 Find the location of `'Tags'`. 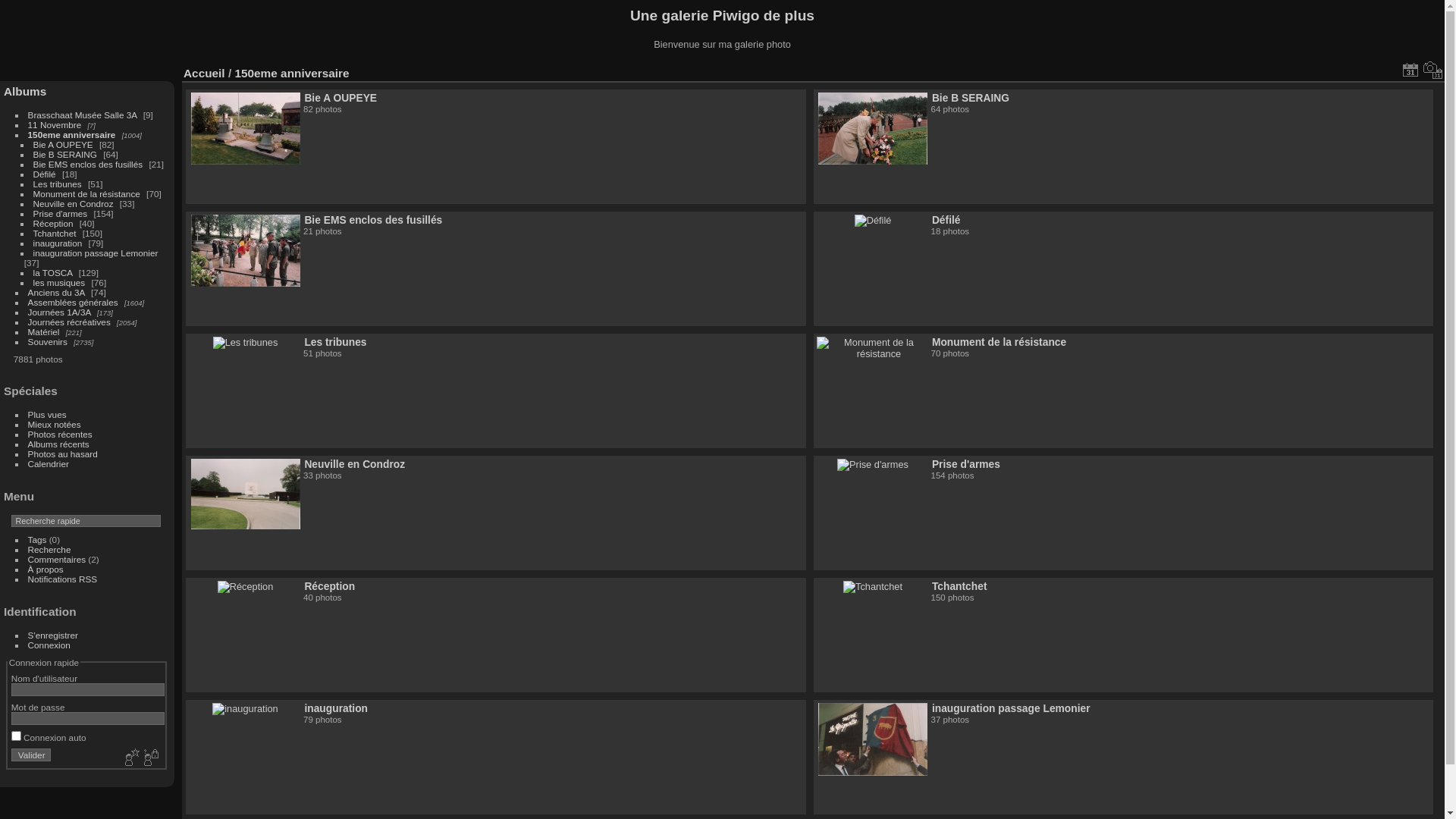

'Tags' is located at coordinates (37, 538).